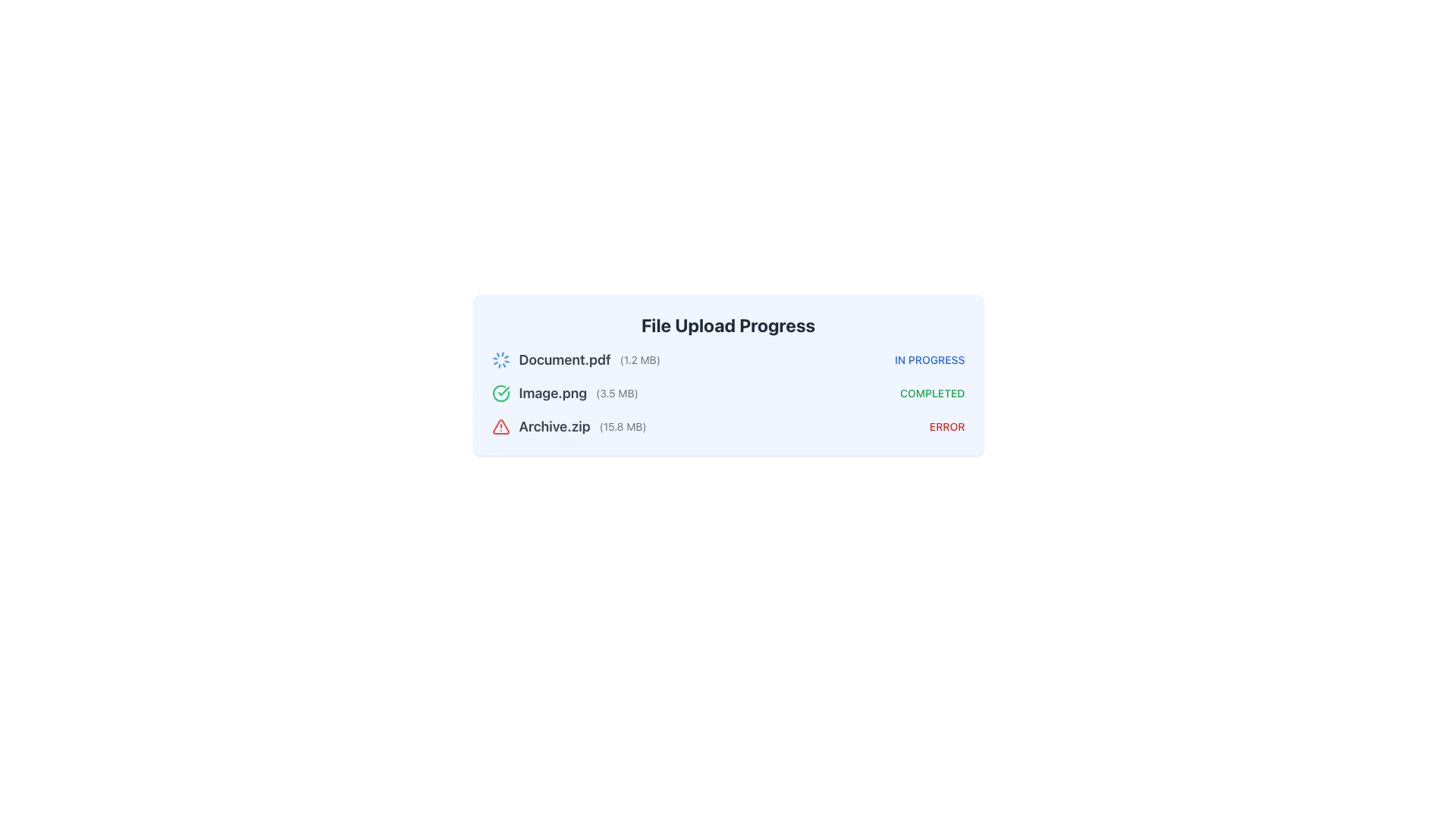 The width and height of the screenshot is (1456, 819). I want to click on the text label displaying the size of the 'Document.pdf' file being uploaded, which is located immediately to the right of the 'Document.pdf' text and before the 'IN PROGRESS' status indicator, so click(640, 359).